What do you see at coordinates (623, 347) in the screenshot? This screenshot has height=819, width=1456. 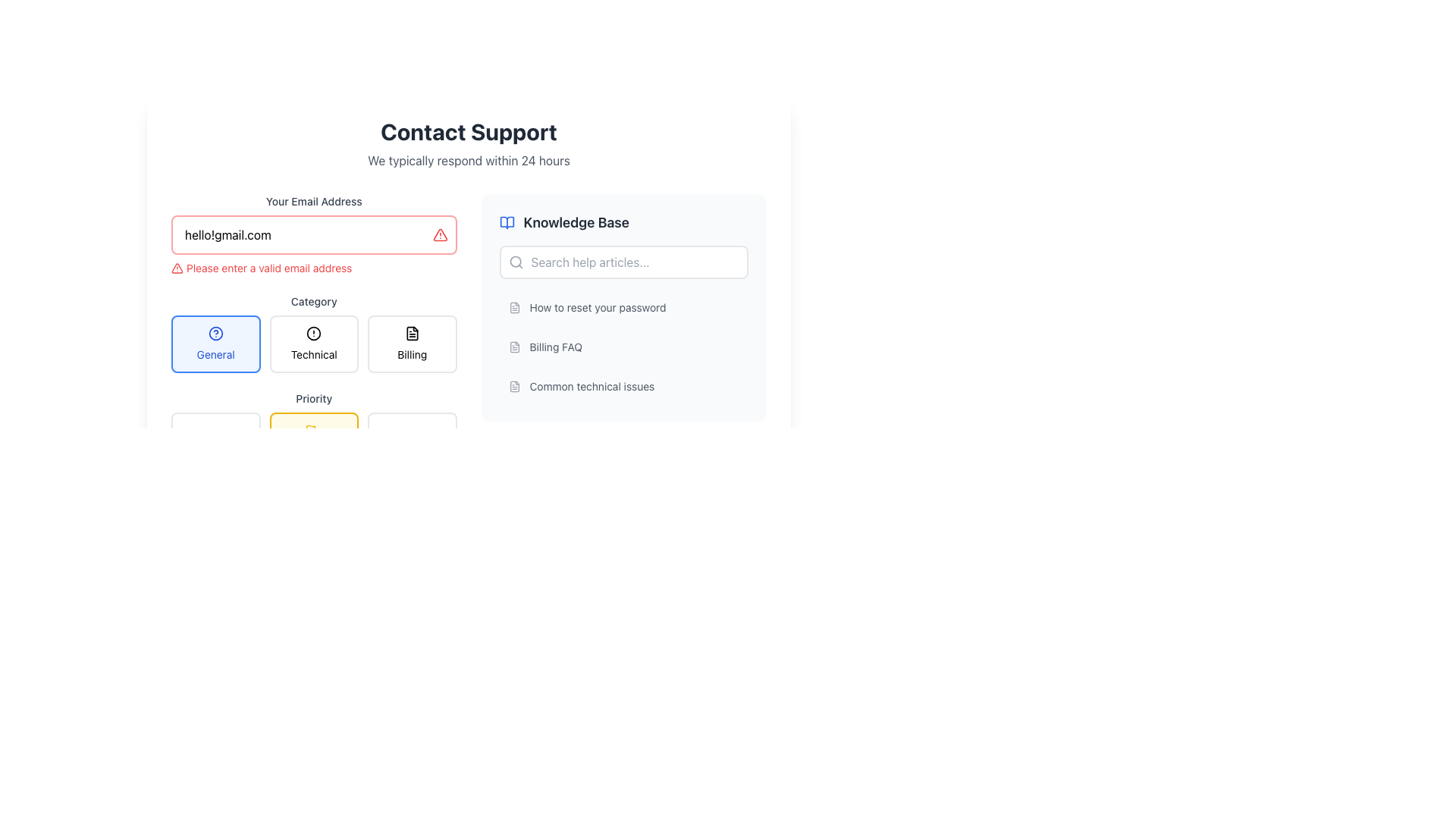 I see `the second item in the vertical list of three options within the 'Knowledge Base' section` at bounding box center [623, 347].